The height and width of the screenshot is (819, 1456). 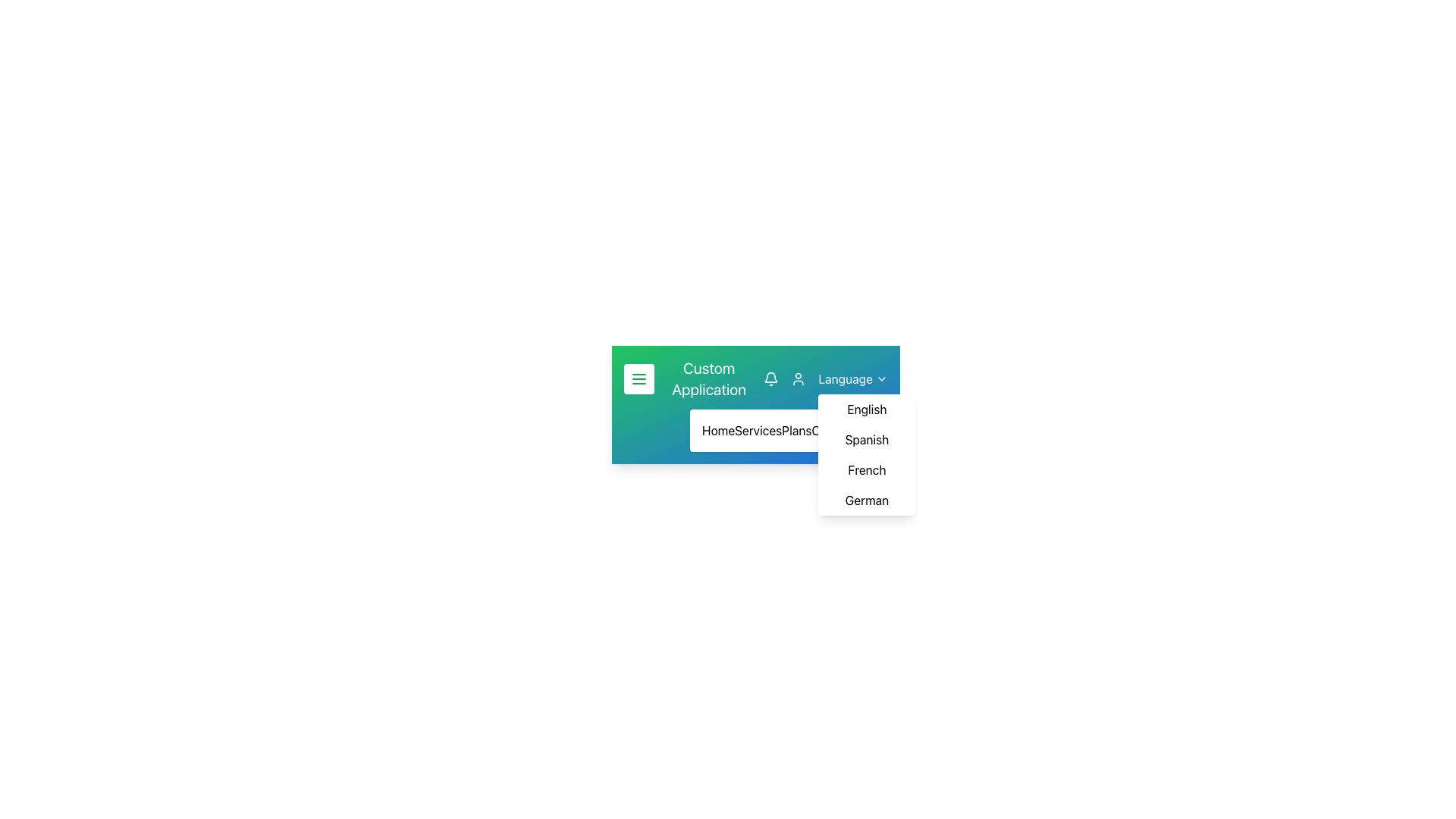 I want to click on the text label reading 'French' in the vertical dropdown menu, so click(x=867, y=469).